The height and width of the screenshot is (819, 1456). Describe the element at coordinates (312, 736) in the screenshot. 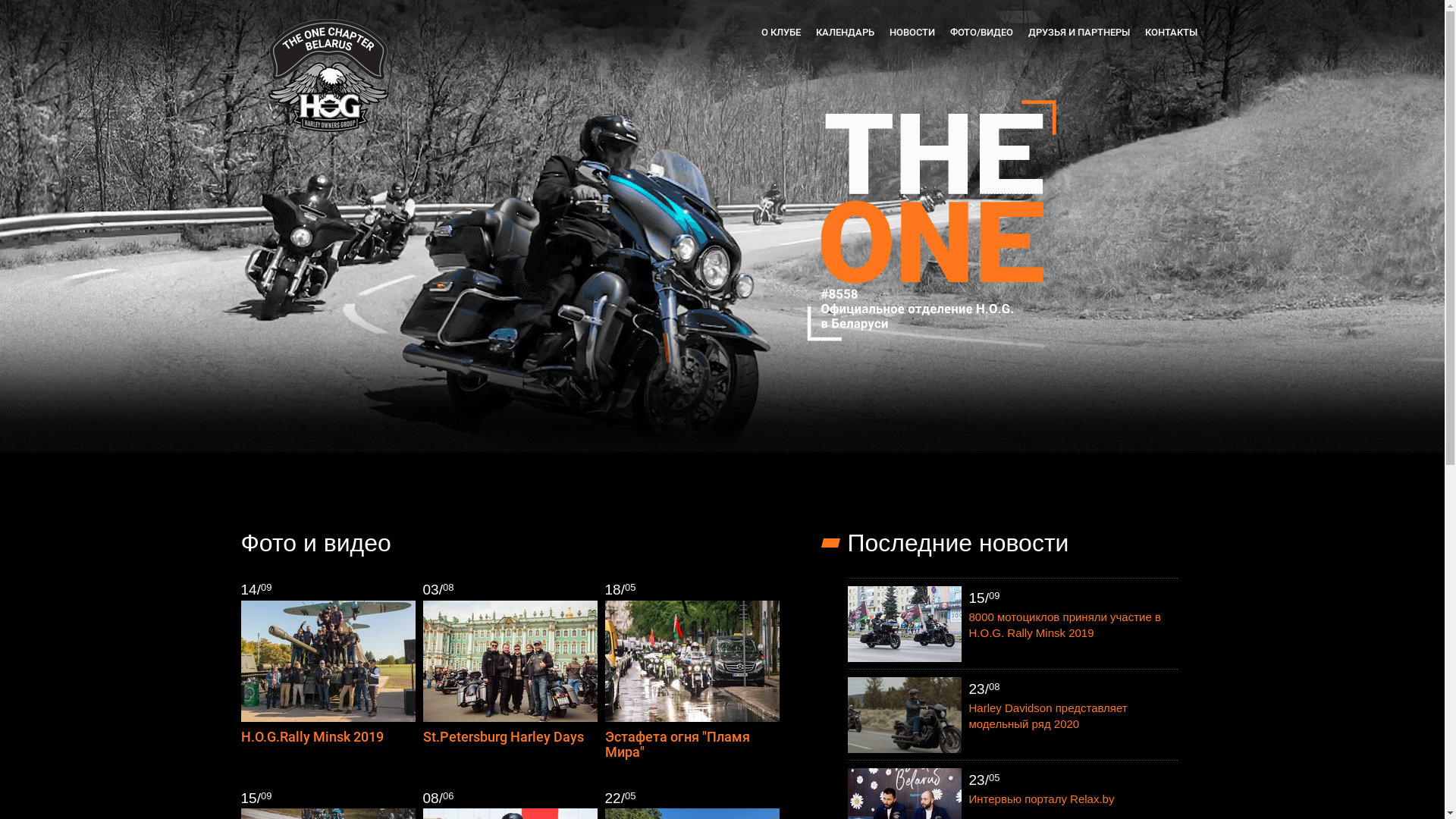

I see `'H.O.G.Rally Minsk 2019'` at that location.